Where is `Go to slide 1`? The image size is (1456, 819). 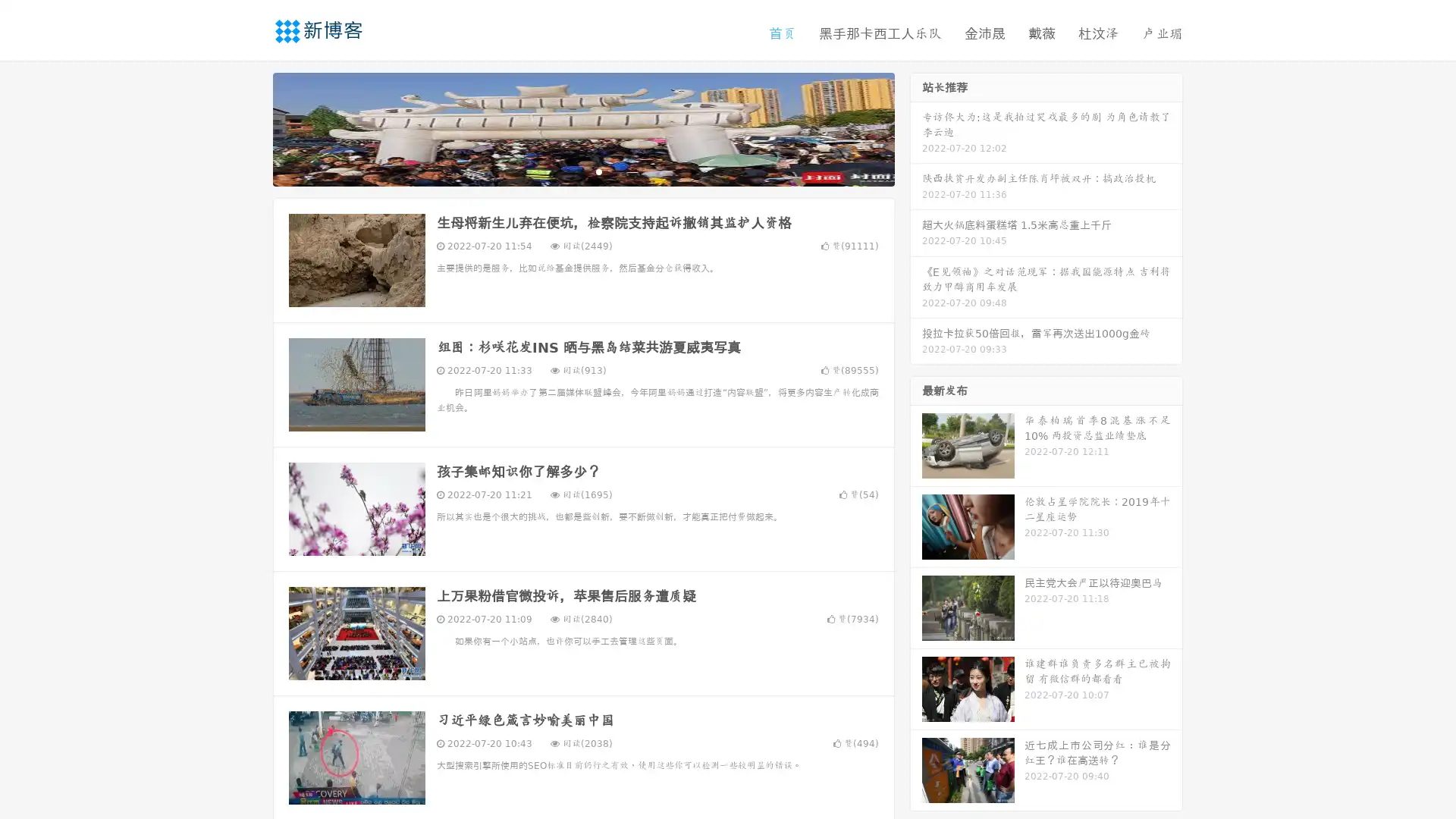 Go to slide 1 is located at coordinates (567, 171).